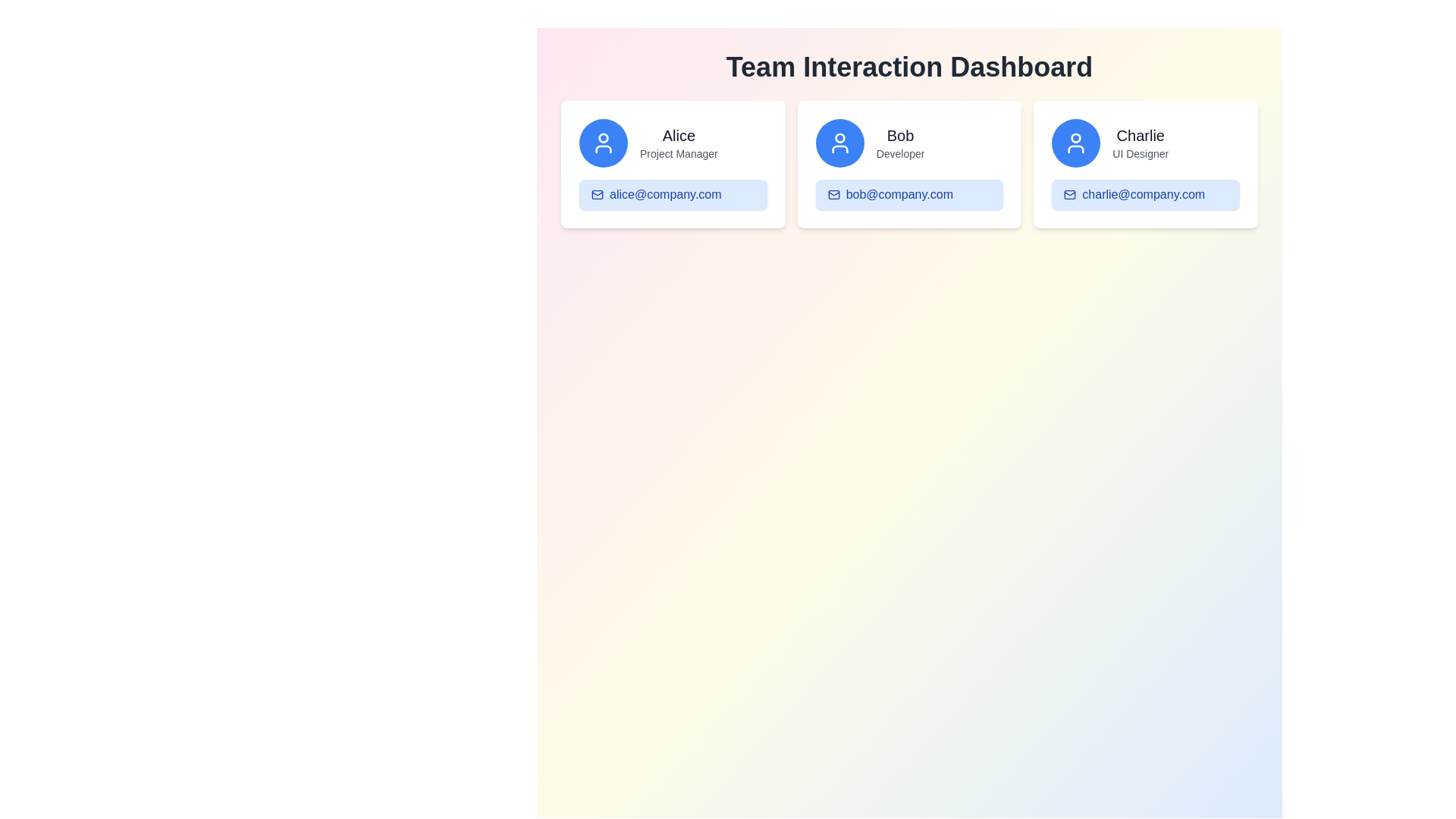 This screenshot has width=1456, height=819. Describe the element at coordinates (1069, 194) in the screenshot. I see `the envelope icon located on the far right of the 'Charlie' card in the 'Team Interaction Dashboard', which serves as a visual indicator for email` at that location.